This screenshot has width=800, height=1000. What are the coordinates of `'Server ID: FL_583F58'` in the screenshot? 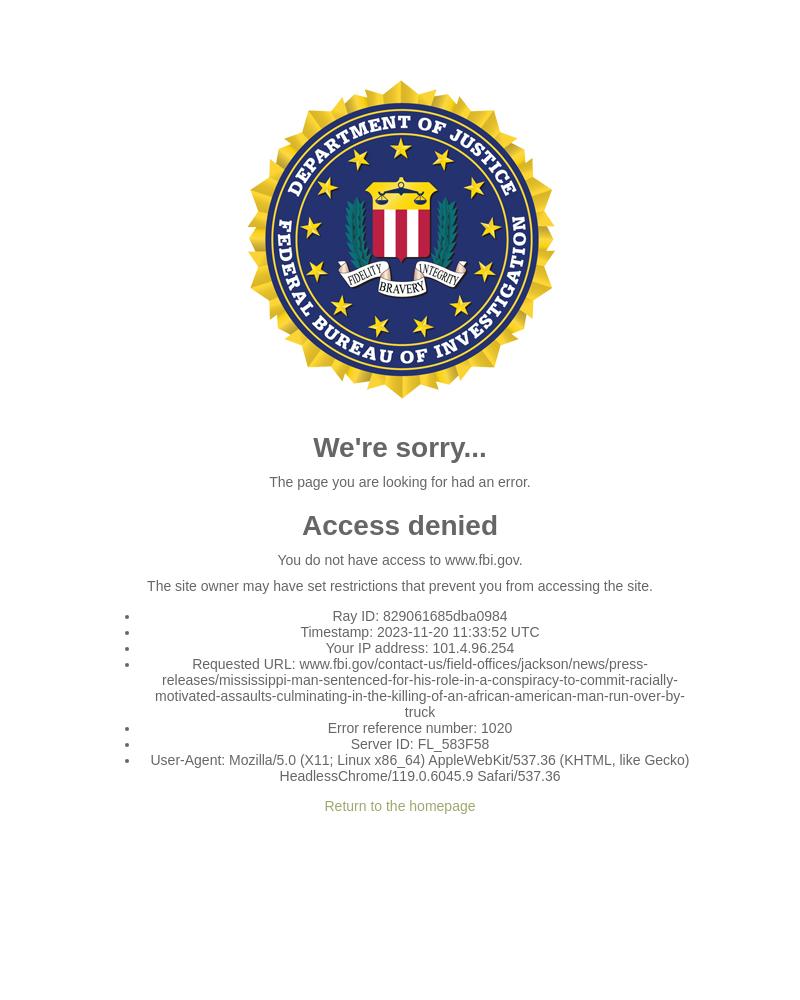 It's located at (419, 743).